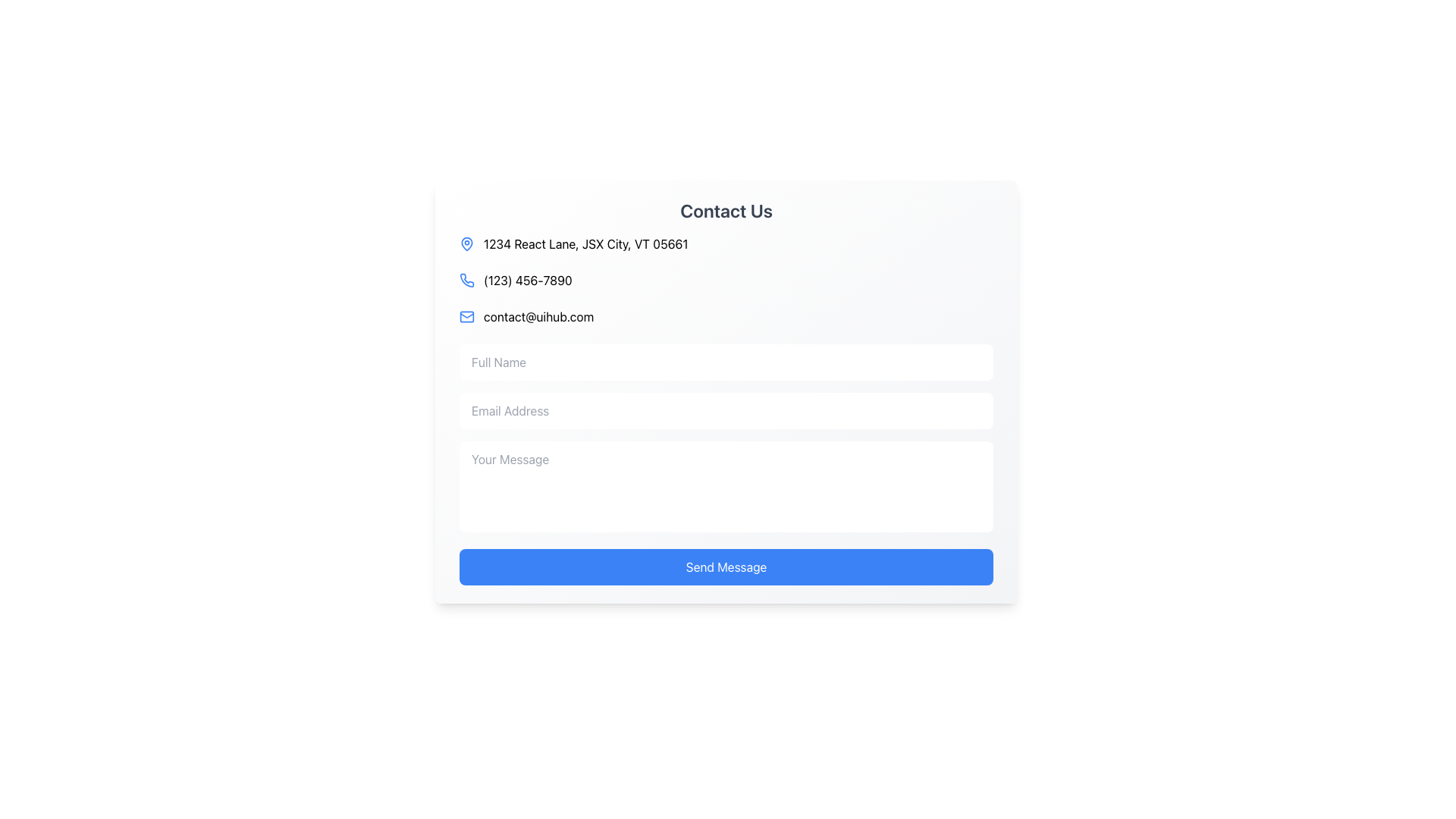  I want to click on the text label displaying the organization's contact email address, which is located in the third row of the contact details list, so click(538, 315).